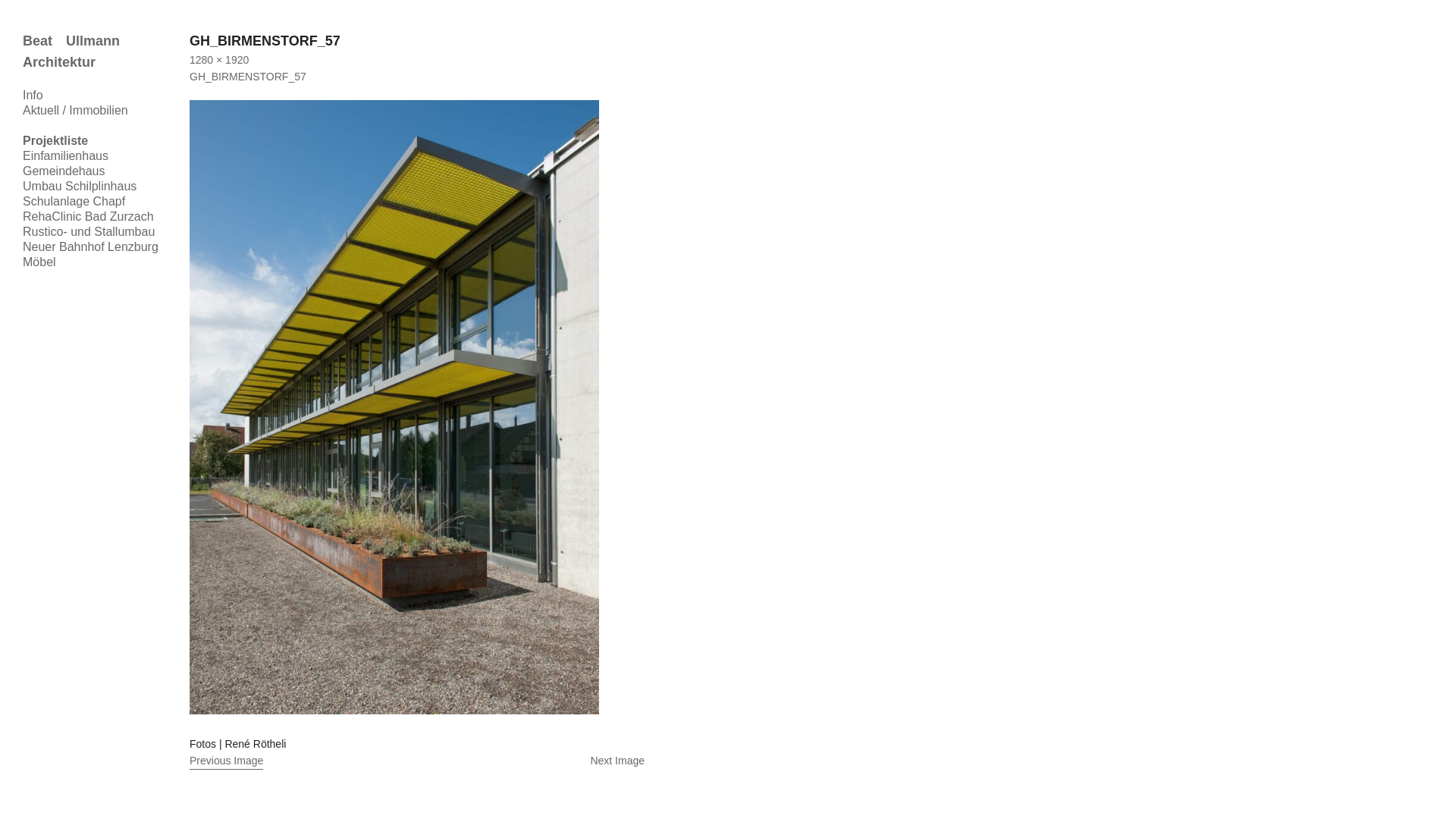  I want to click on 'Rustico- und Stallumbau', so click(87, 231).